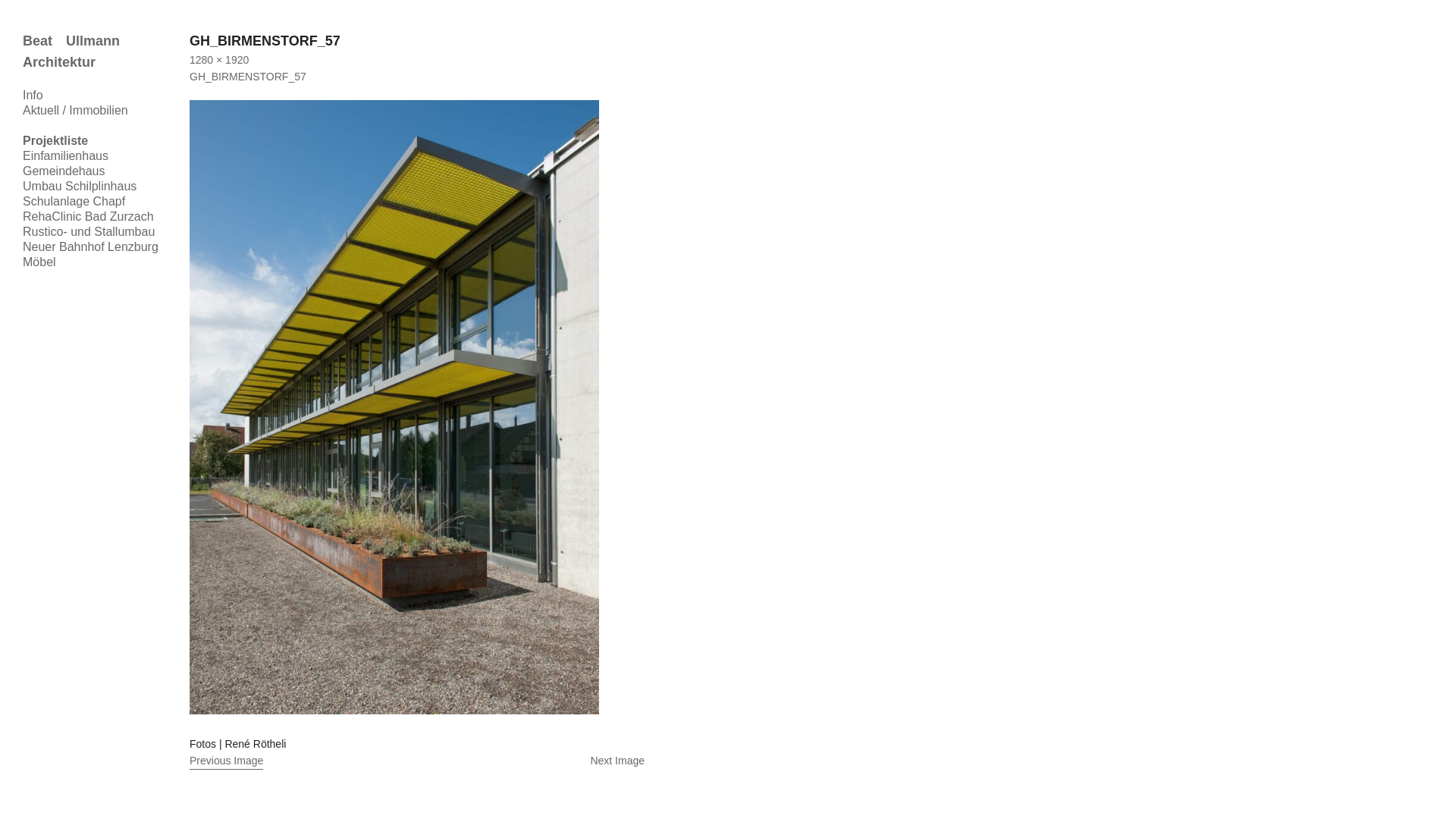  I want to click on 'Rustico- und Stallumbau', so click(87, 231).